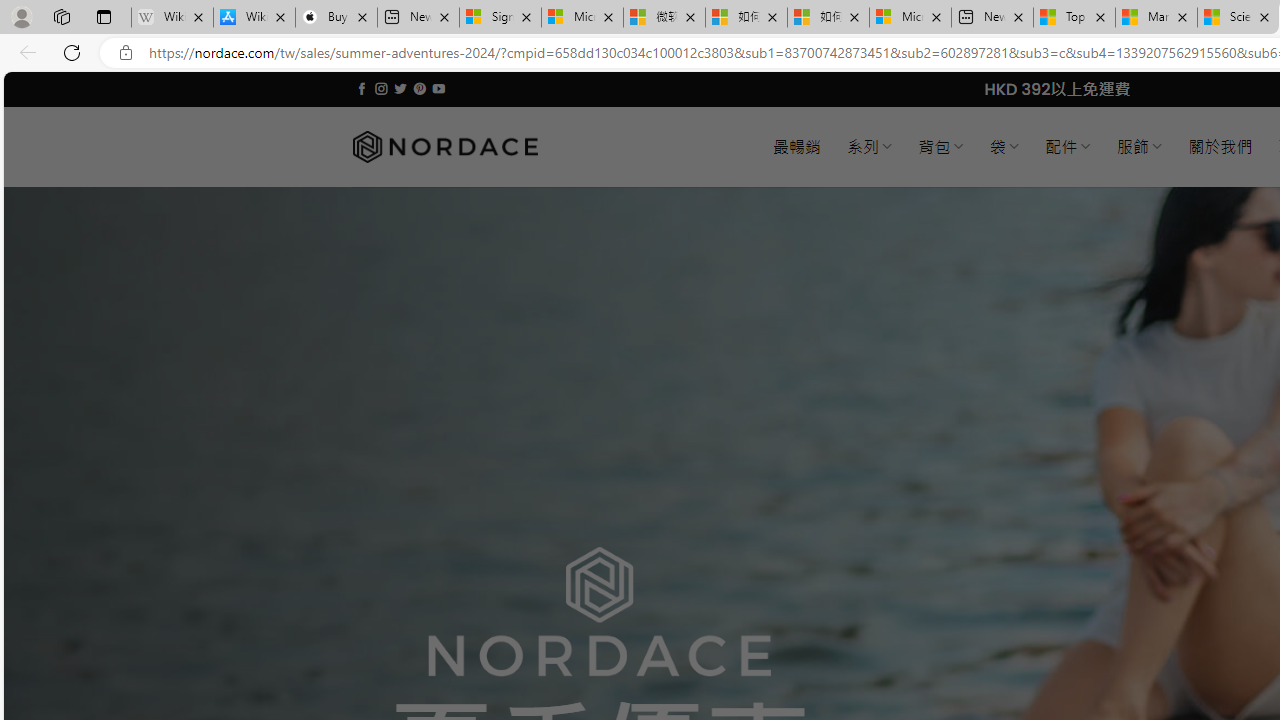  I want to click on 'Follow on Facebook', so click(362, 88).